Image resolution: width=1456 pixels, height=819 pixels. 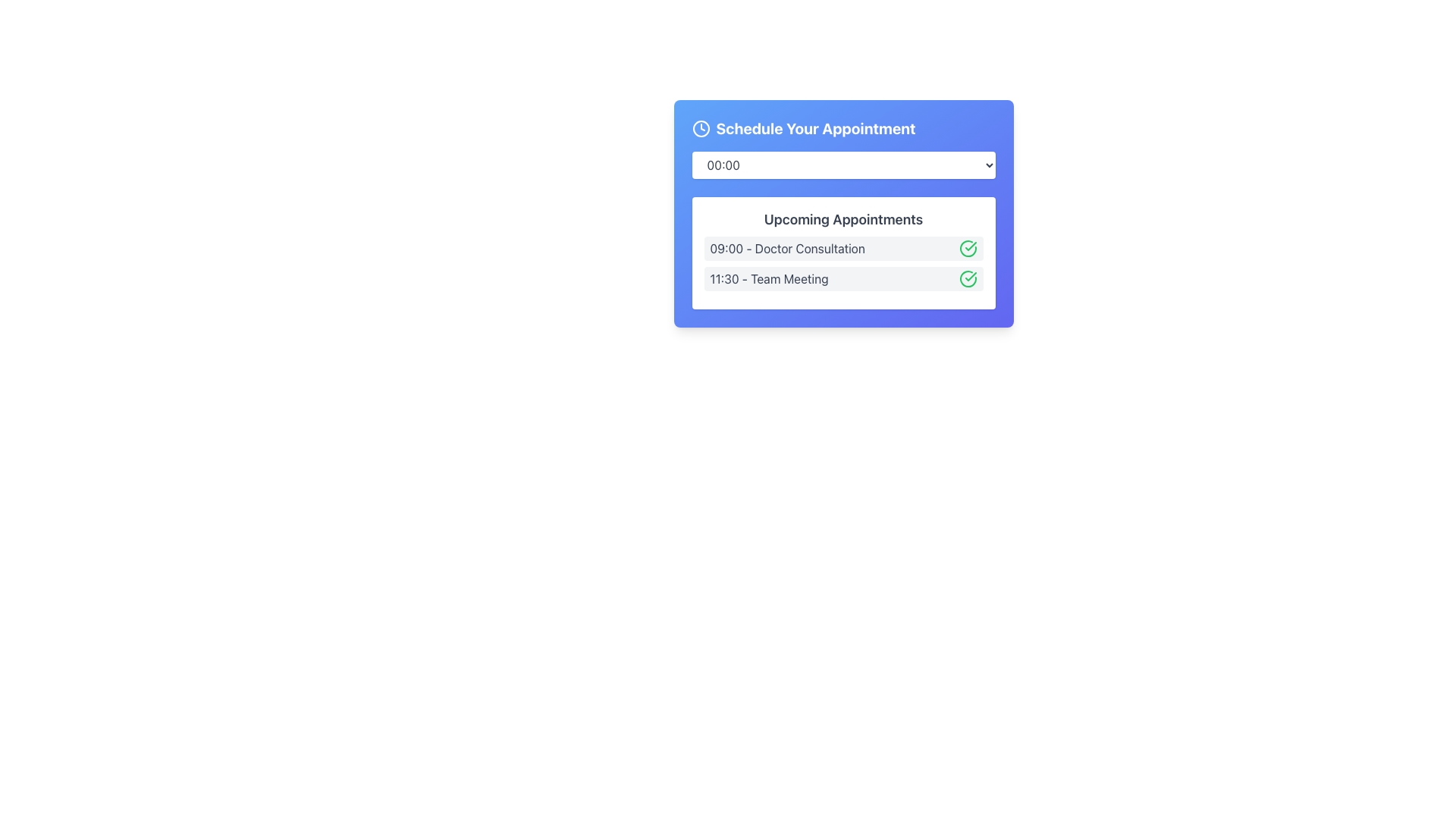 What do you see at coordinates (769, 278) in the screenshot?
I see `text from the second entry in the 'Upcoming Appointments' list, which displays '11:30 - Team Meeting' in black font` at bounding box center [769, 278].